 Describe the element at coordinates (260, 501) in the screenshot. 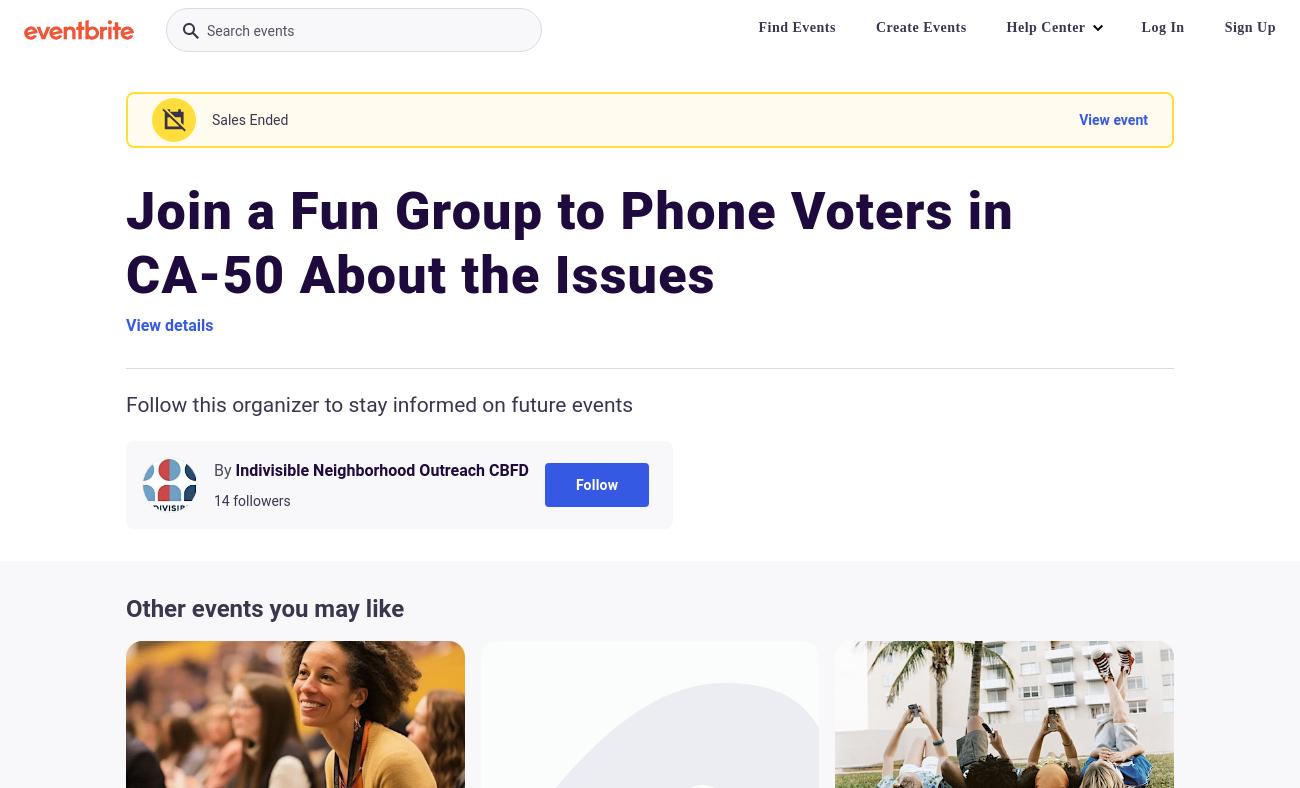

I see `'followers'` at that location.